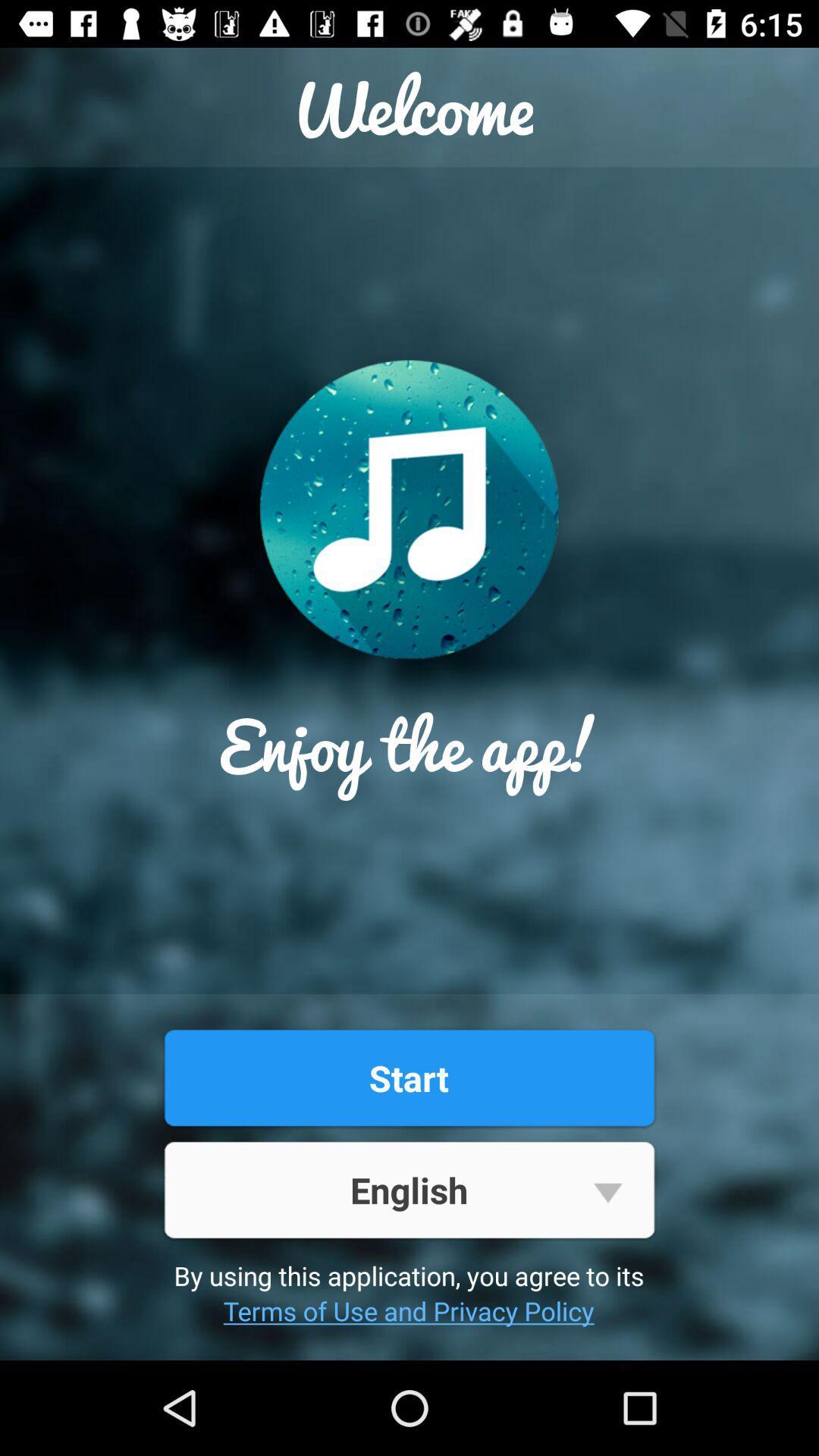  What do you see at coordinates (408, 1077) in the screenshot?
I see `item below the enjoy the app!` at bounding box center [408, 1077].